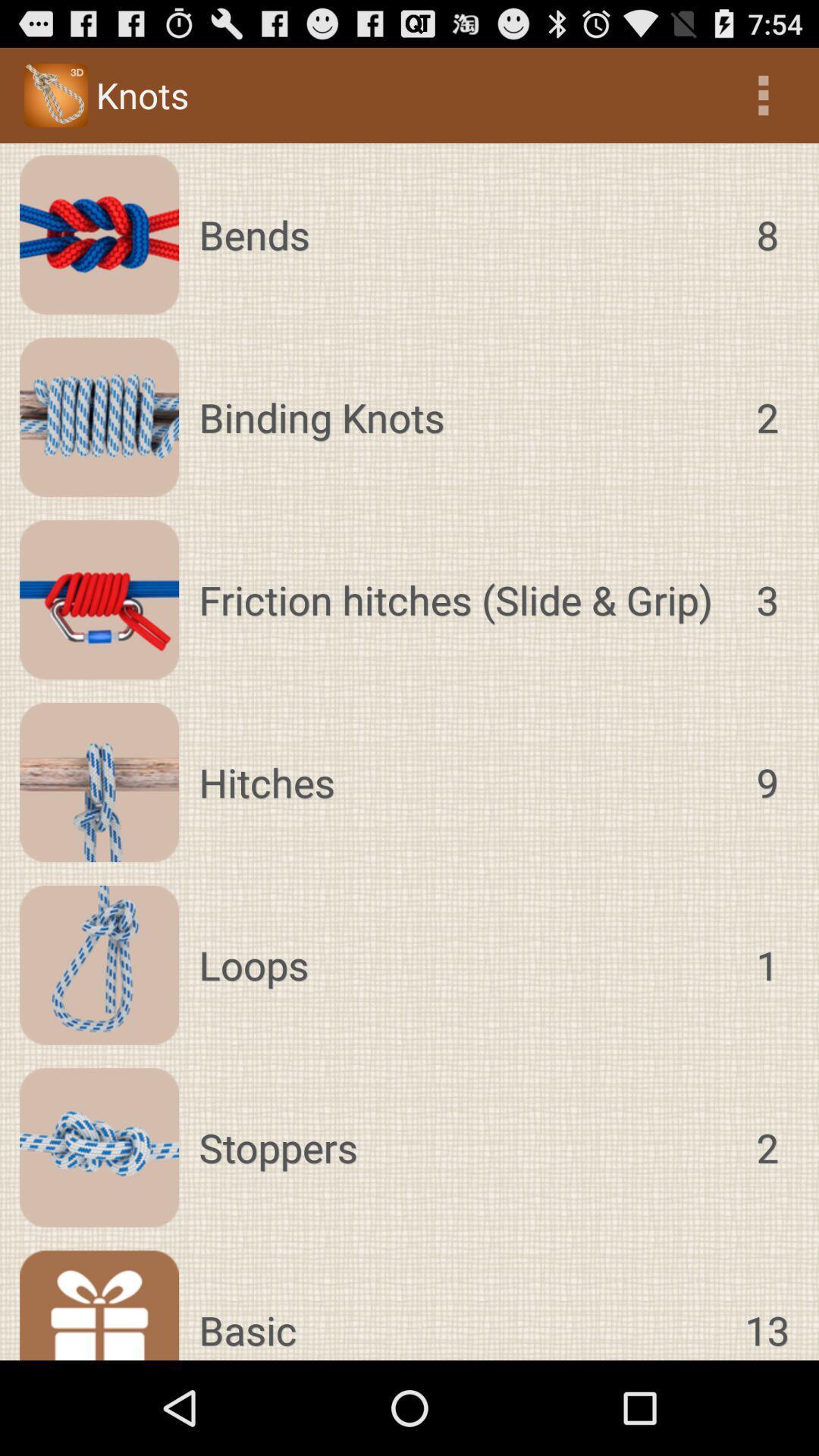 This screenshot has height=1456, width=819. Describe the element at coordinates (767, 783) in the screenshot. I see `9` at that location.